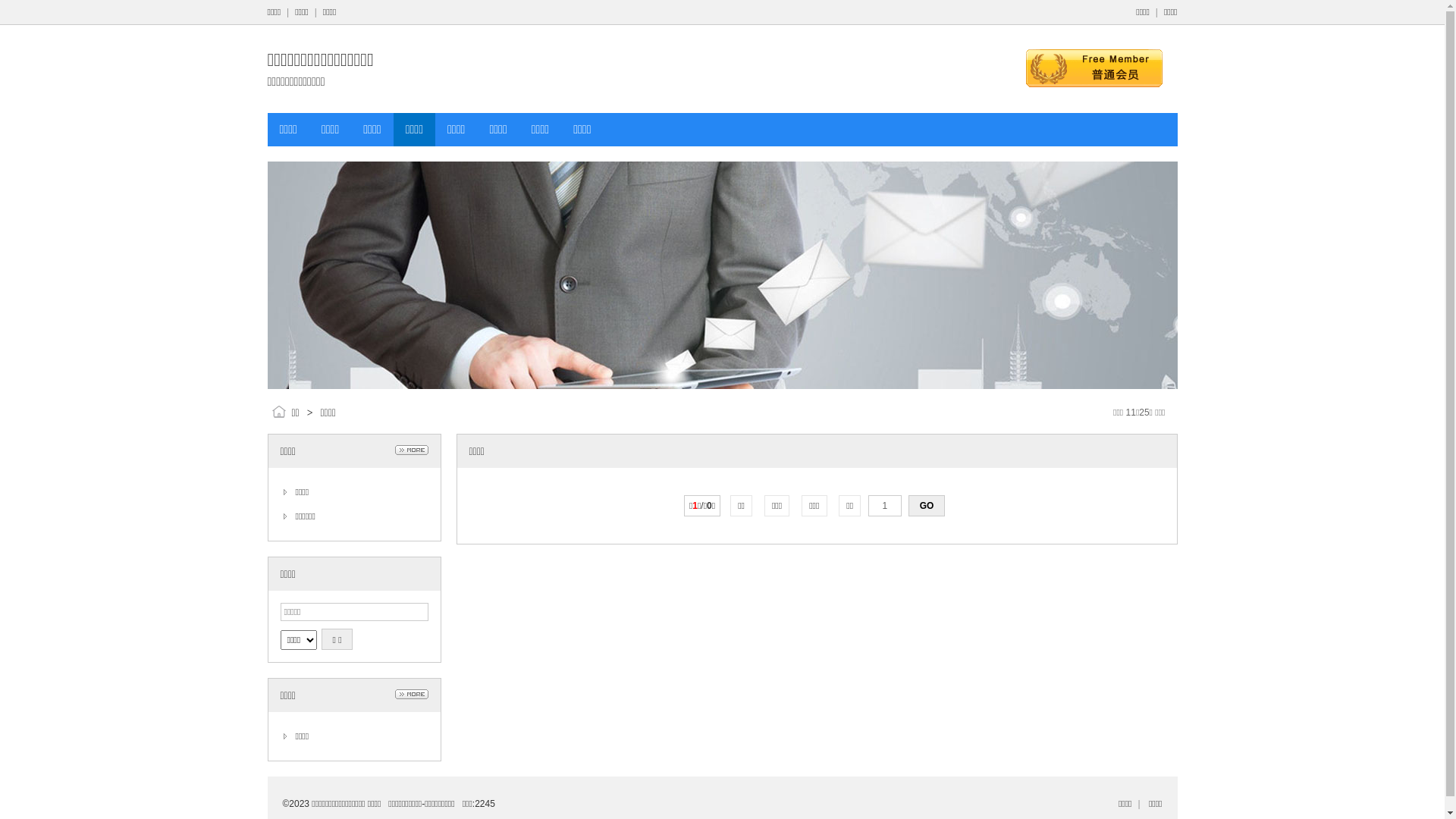 The width and height of the screenshot is (1456, 819). Describe the element at coordinates (908, 506) in the screenshot. I see `'GO'` at that location.